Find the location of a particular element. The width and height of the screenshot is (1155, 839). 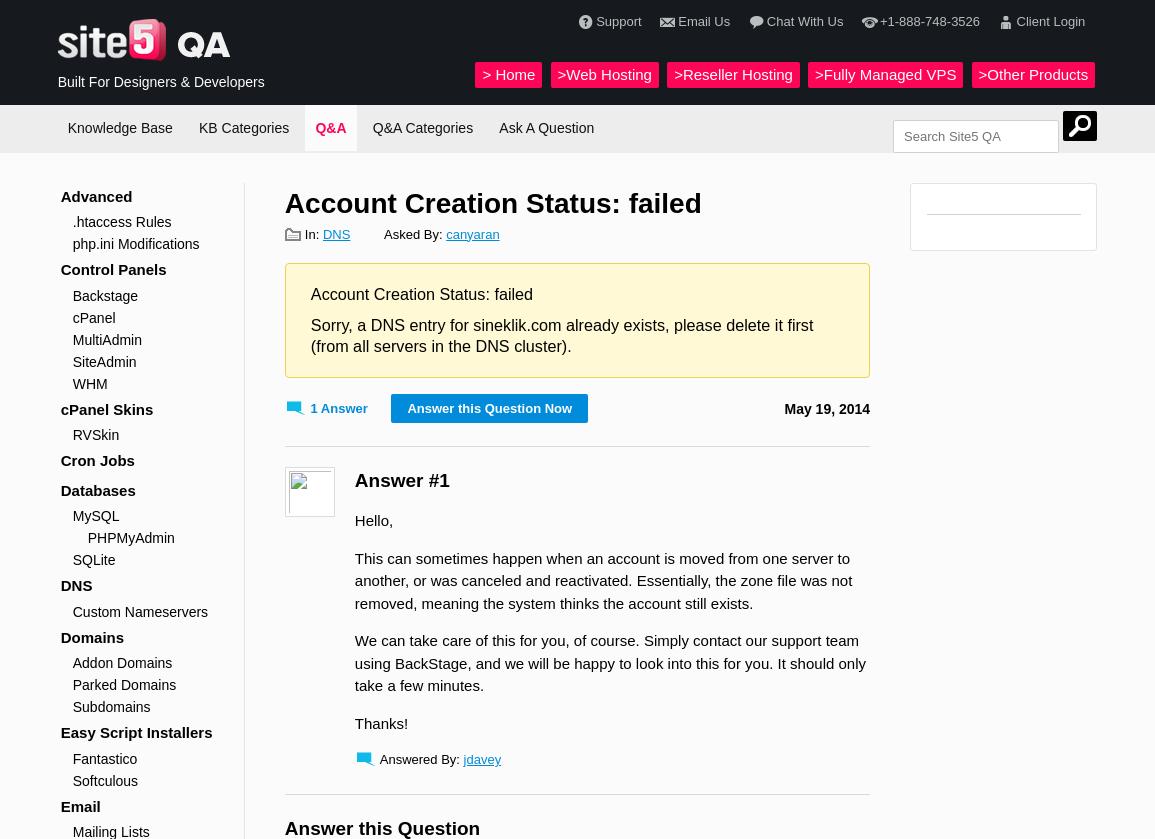

'Softculous' is located at coordinates (104, 779).